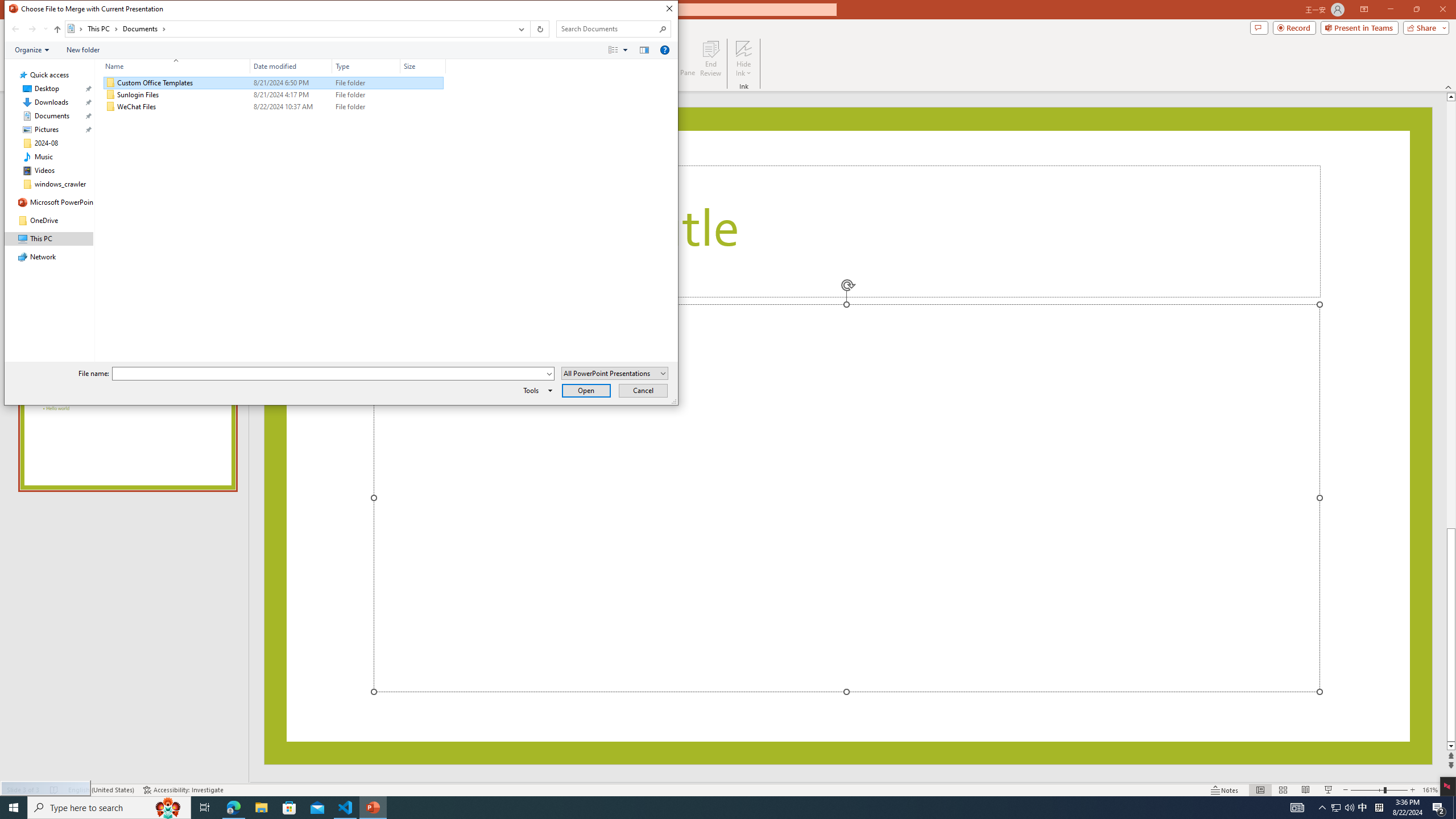 Image resolution: width=1456 pixels, height=819 pixels. I want to click on 'Documents', so click(144, 28).